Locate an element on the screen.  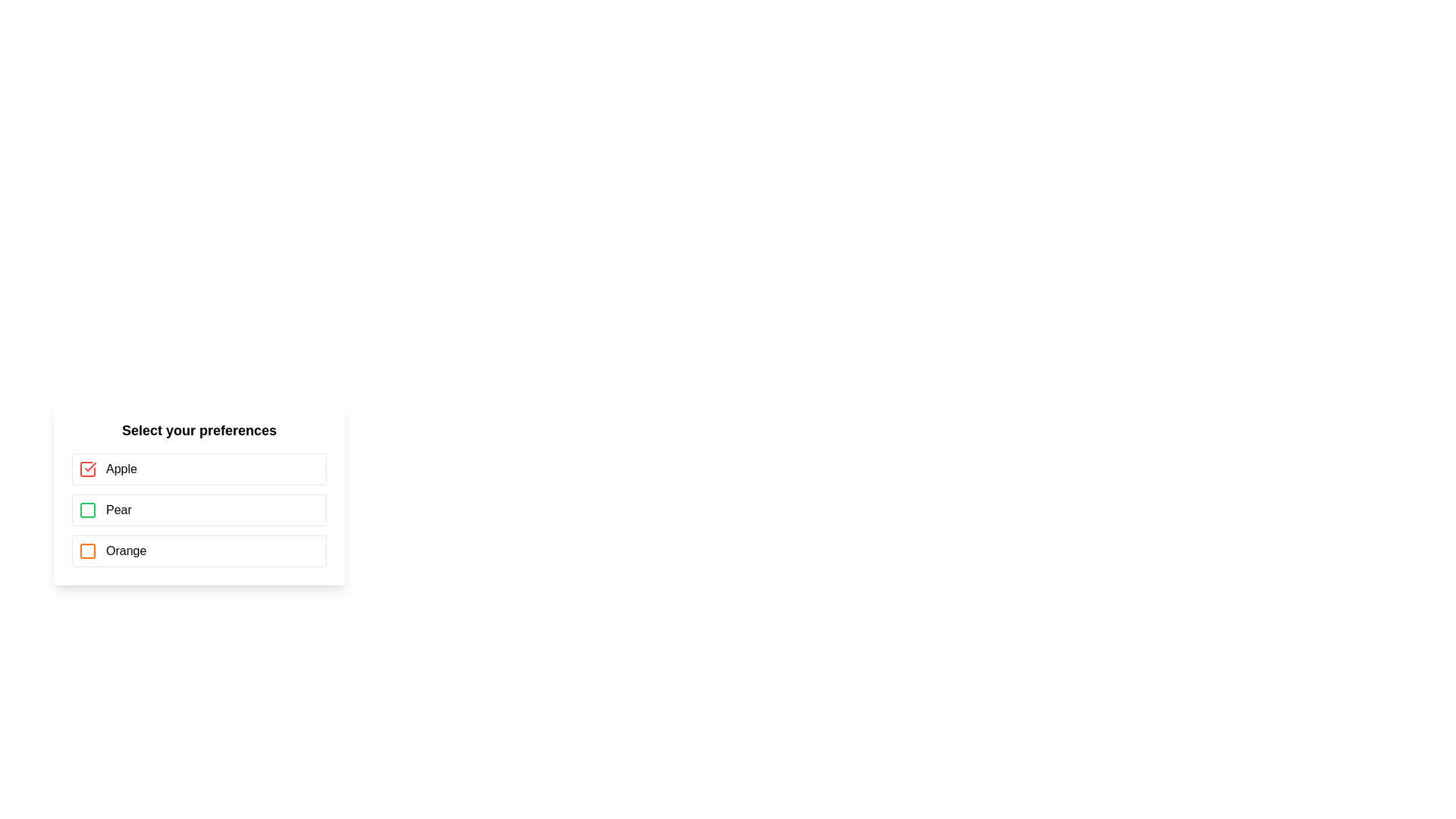
the checkbox icon that represents the selection state of the 'Apple' option is located at coordinates (86, 468).